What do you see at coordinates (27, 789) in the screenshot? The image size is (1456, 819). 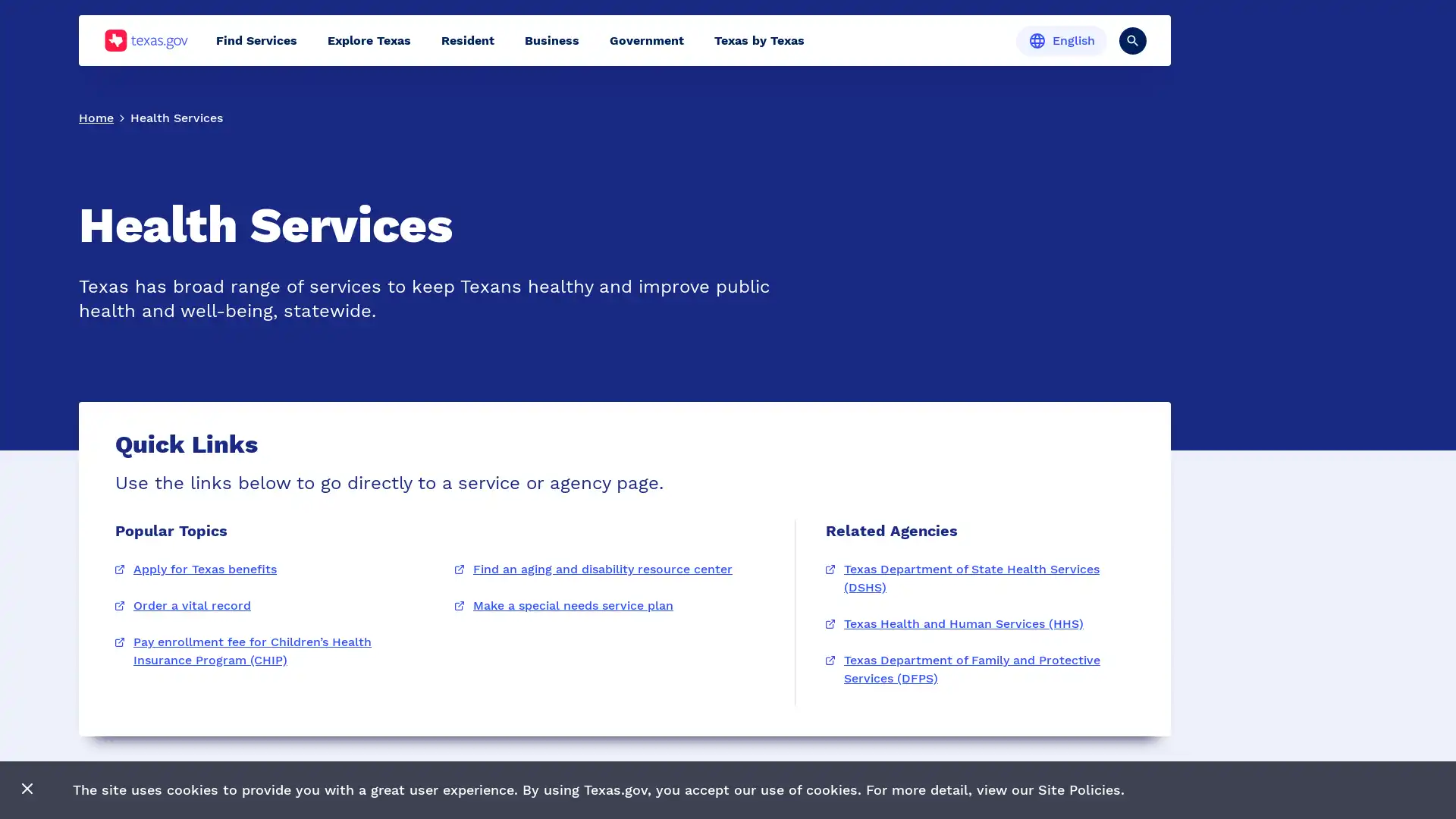 I see `Close` at bounding box center [27, 789].